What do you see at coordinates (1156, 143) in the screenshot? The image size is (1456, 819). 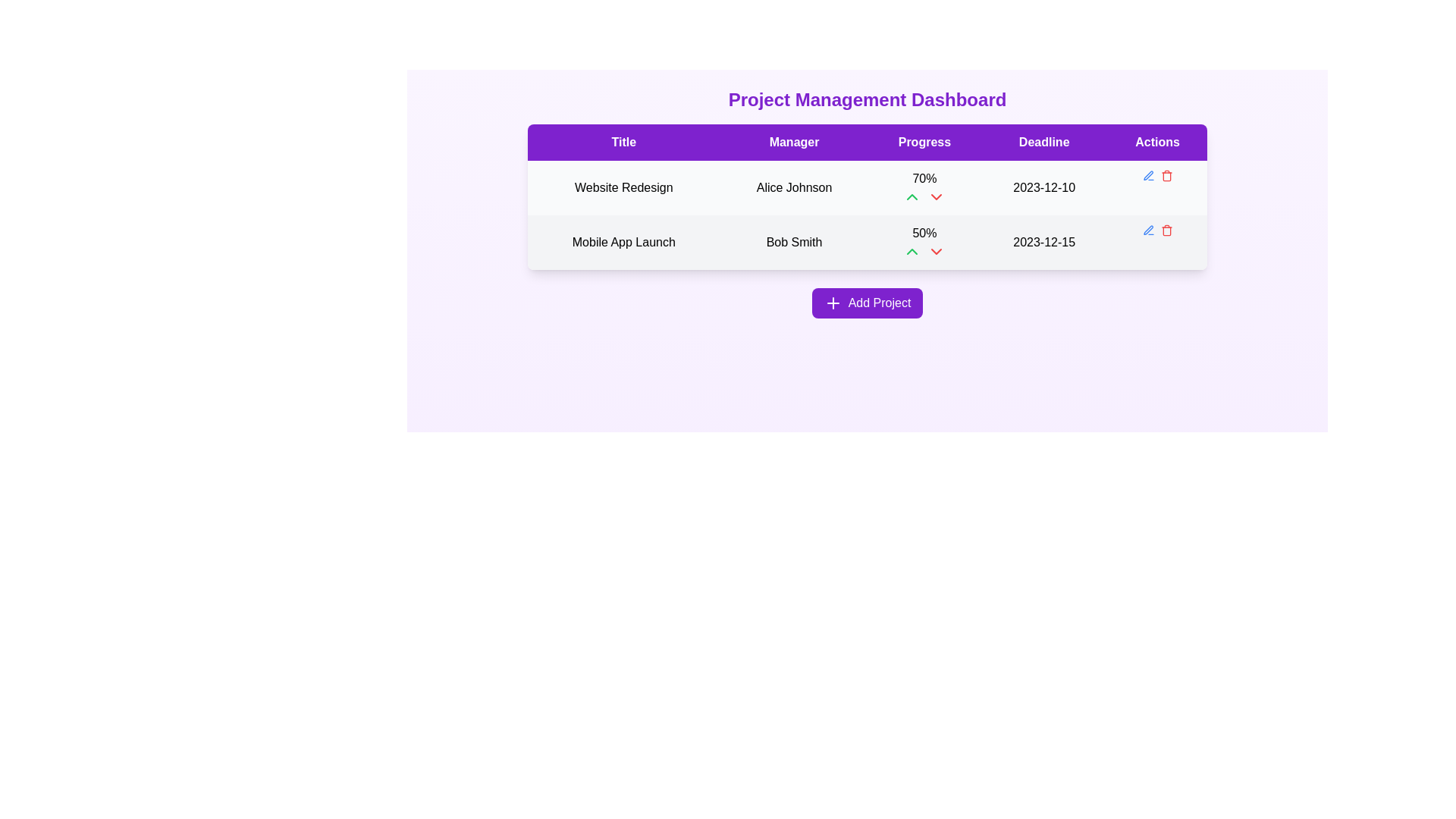 I see `the 'Actions' header label, which is the fifth item in a horizontal row of labels at the top of a data table, located to the right of the 'Deadline' column header` at bounding box center [1156, 143].